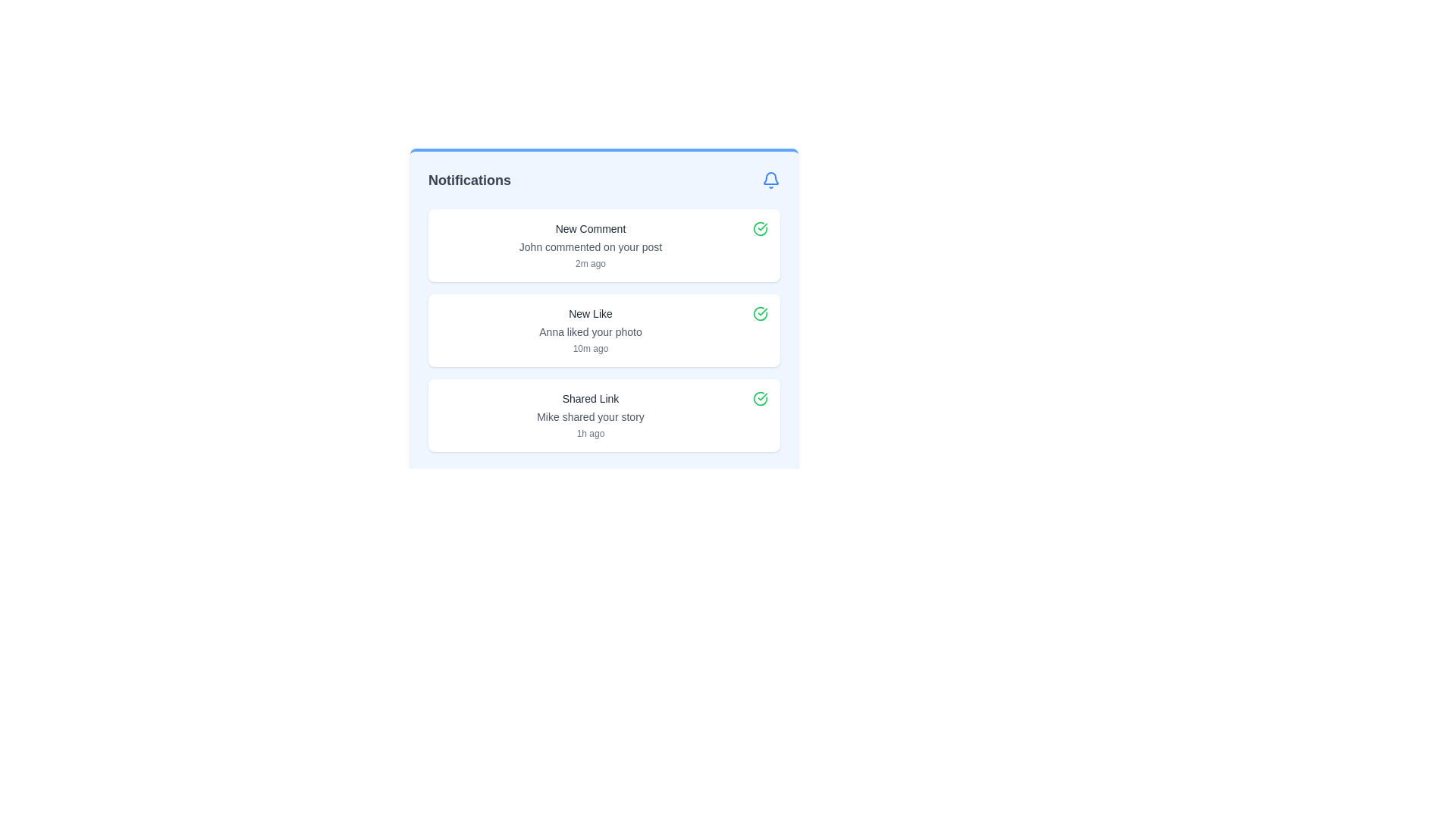 The image size is (1456, 819). I want to click on the text label reading '2m ago' located at the bottom of the 'New Comment' notification card, which is below the message text 'John commented on your post', so click(589, 262).